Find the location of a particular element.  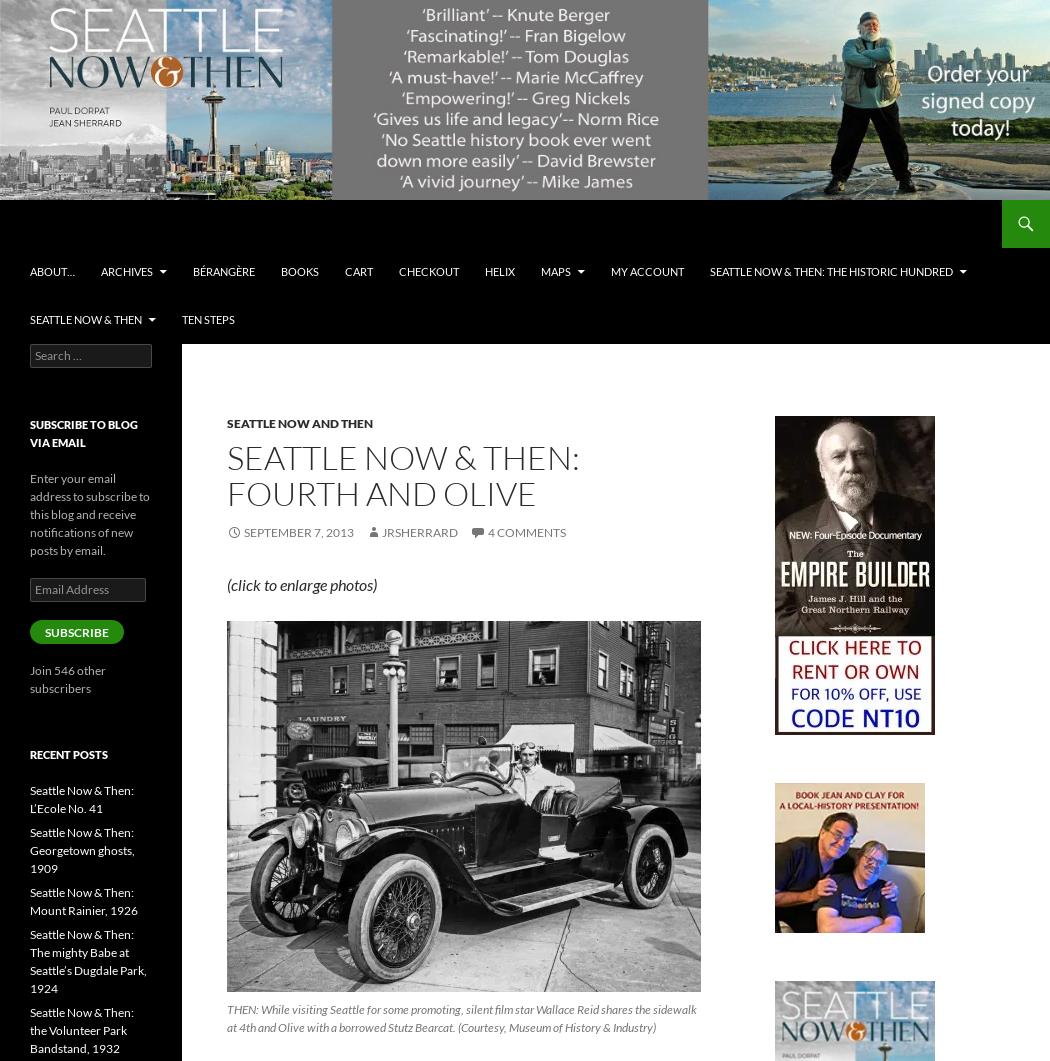

'Recent Posts' is located at coordinates (67, 754).